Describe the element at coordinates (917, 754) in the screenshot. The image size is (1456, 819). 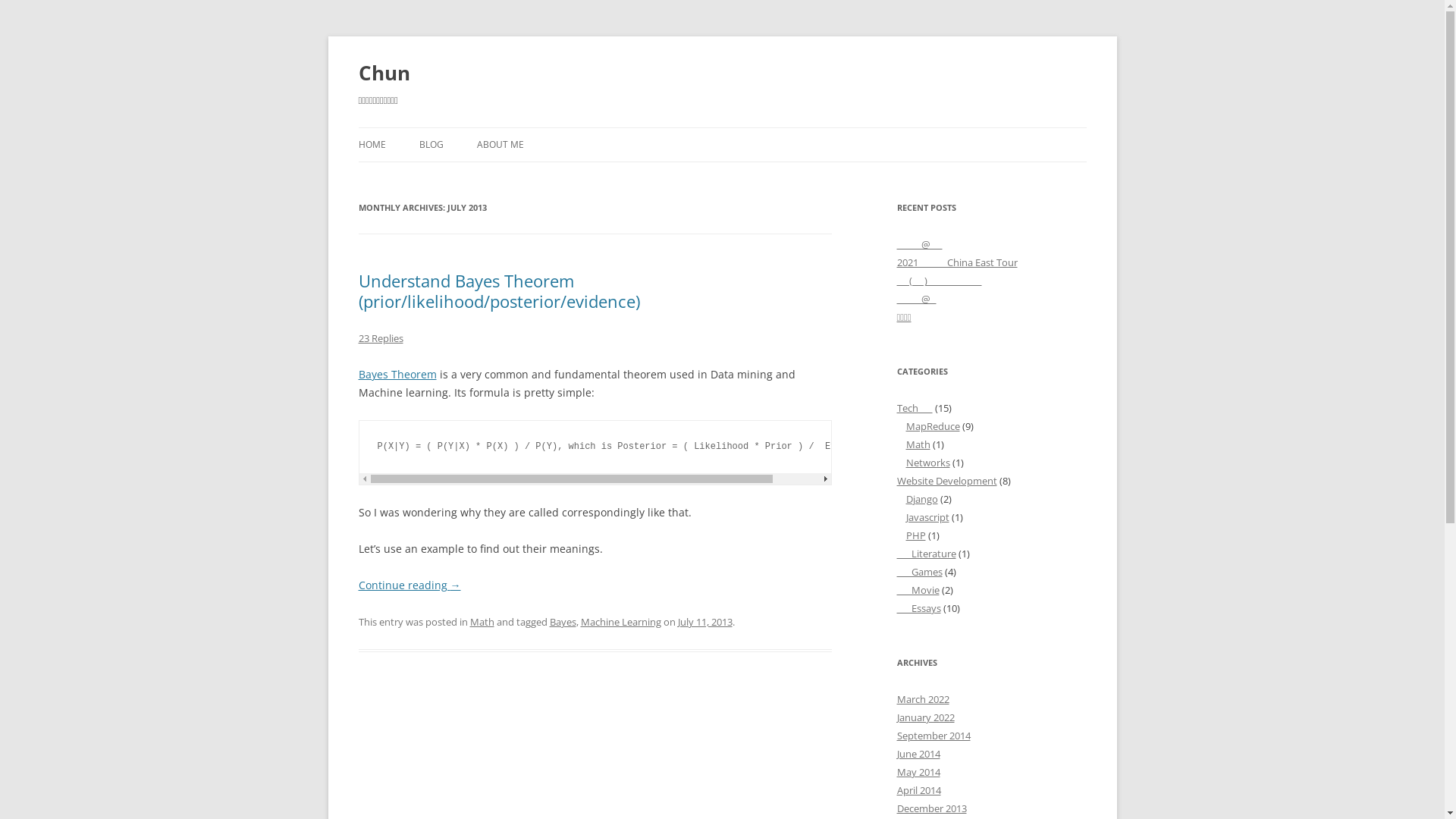
I see `'June 2014'` at that location.